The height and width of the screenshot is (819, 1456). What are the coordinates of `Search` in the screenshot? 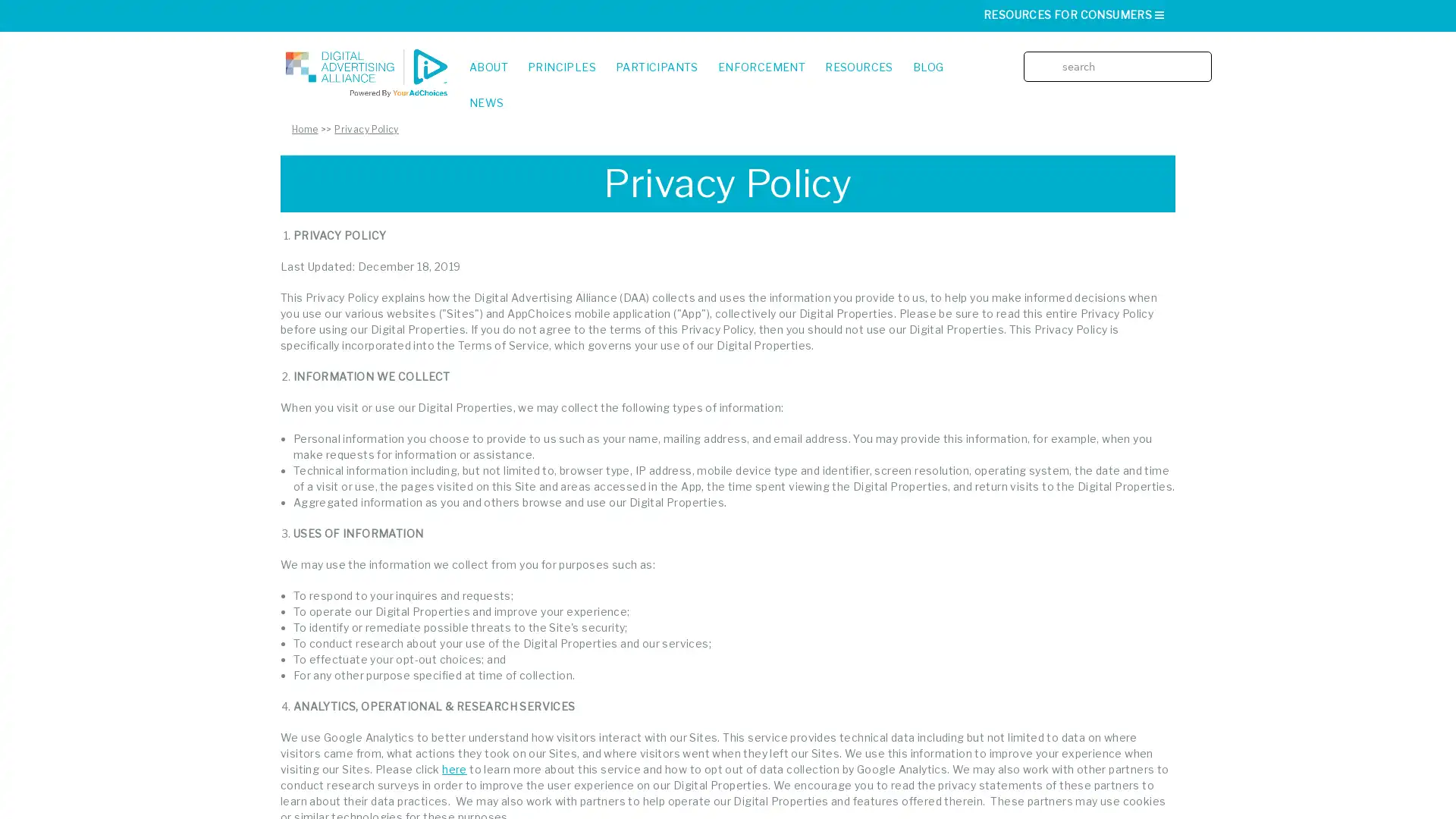 It's located at (1204, 55).